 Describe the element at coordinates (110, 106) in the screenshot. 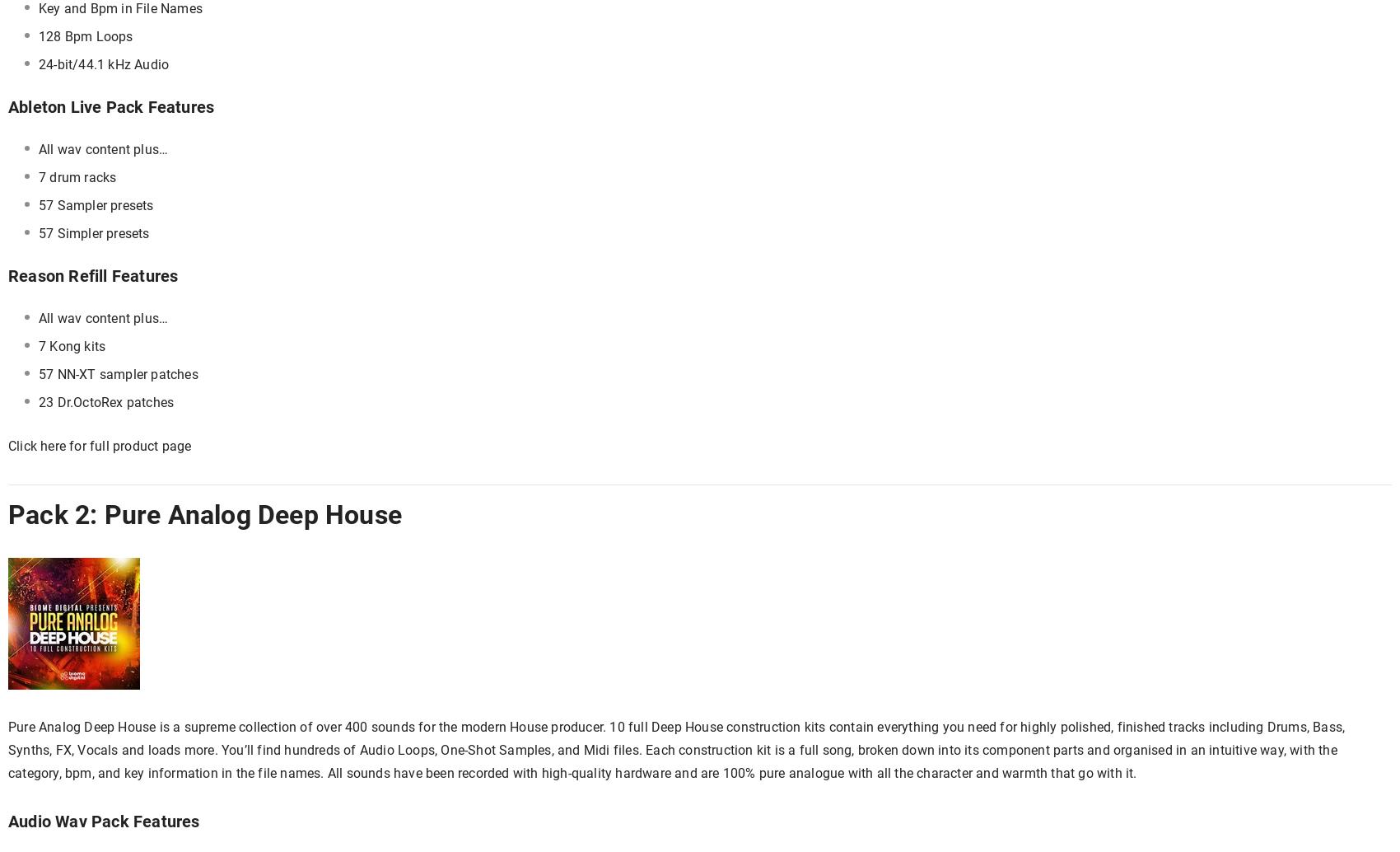

I see `'Ableton Live Pack Features'` at that location.